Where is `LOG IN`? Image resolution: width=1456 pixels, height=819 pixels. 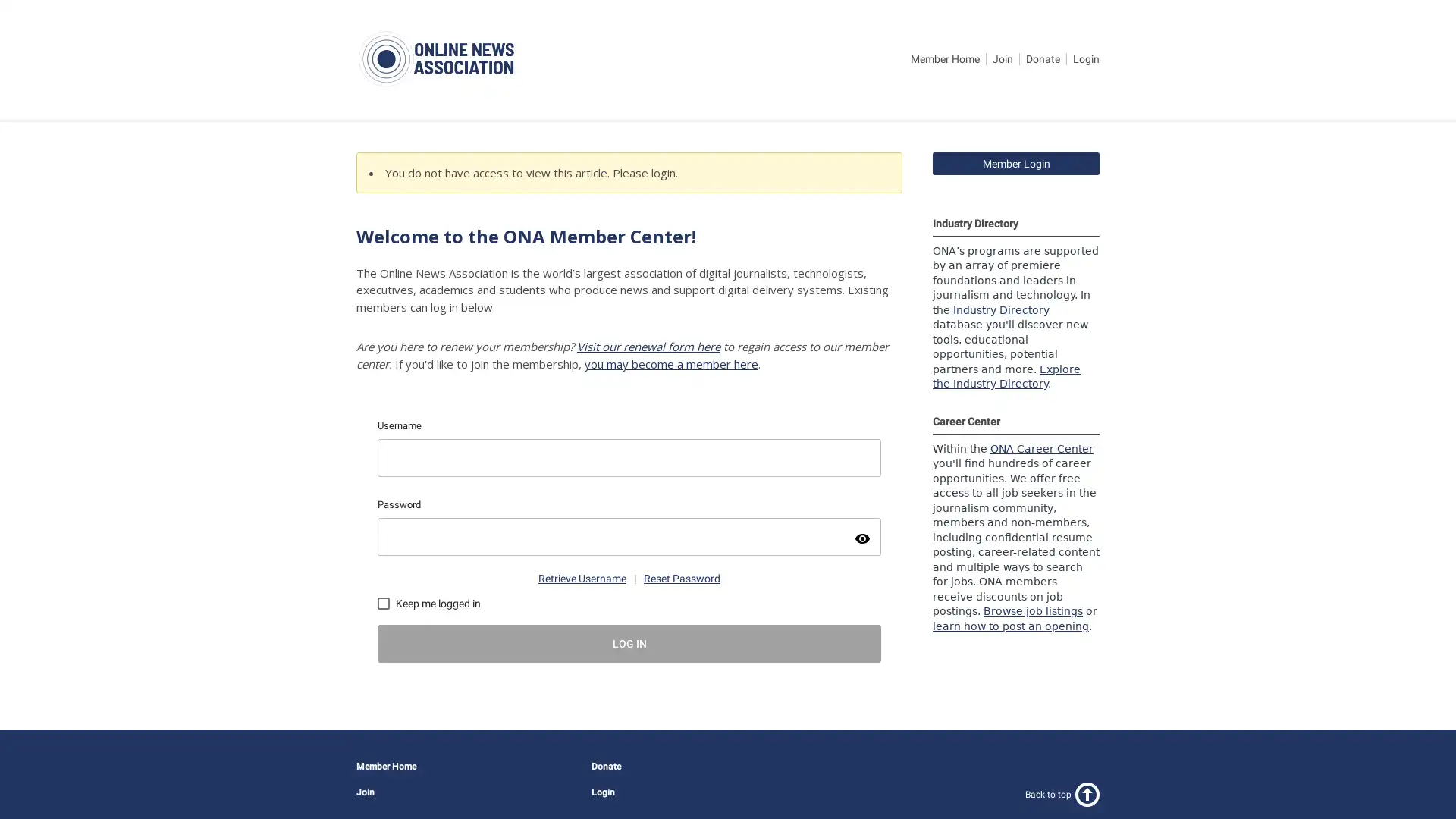
LOG IN is located at coordinates (629, 643).